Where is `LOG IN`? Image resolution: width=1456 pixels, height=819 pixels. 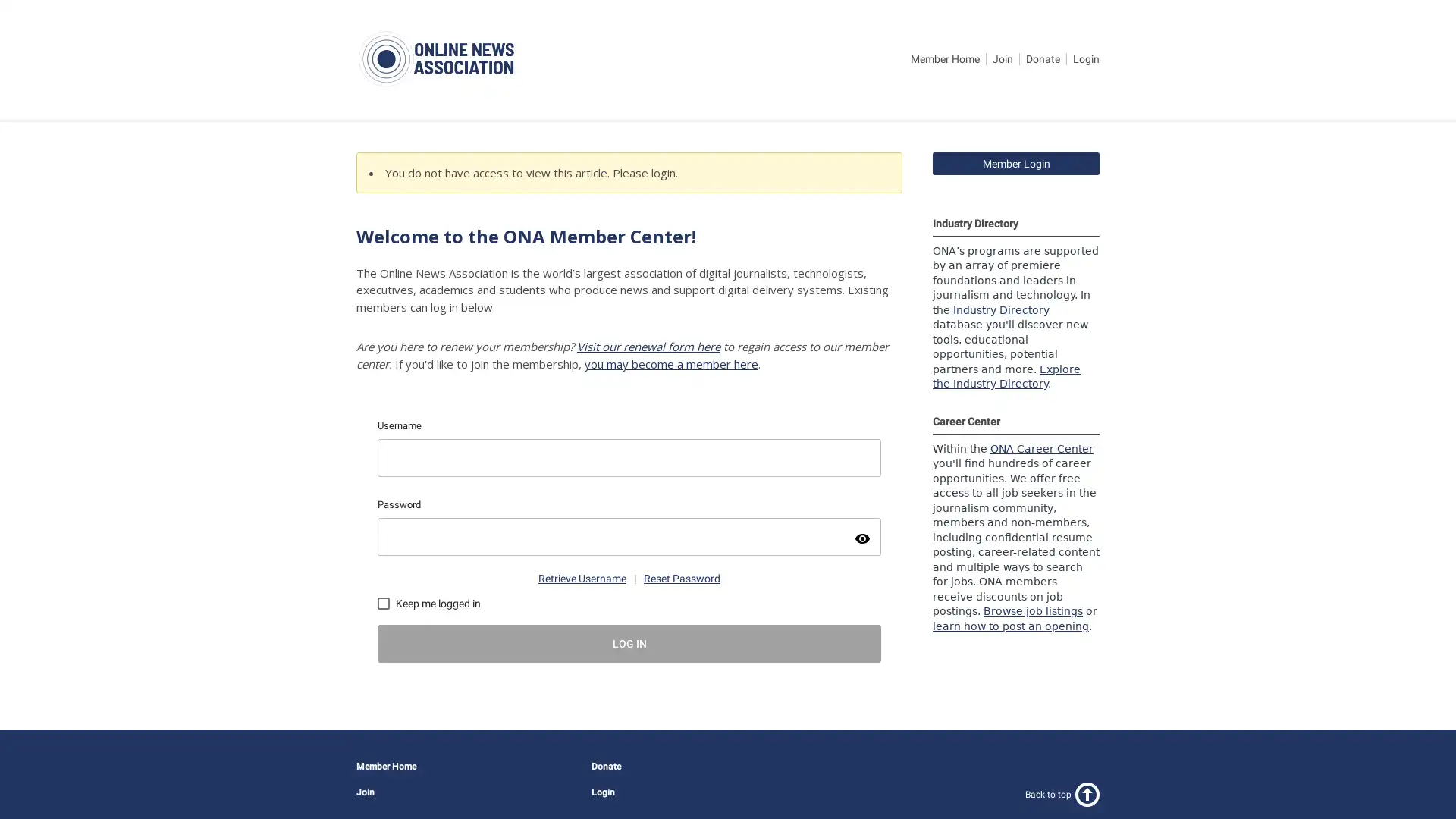
LOG IN is located at coordinates (629, 643).